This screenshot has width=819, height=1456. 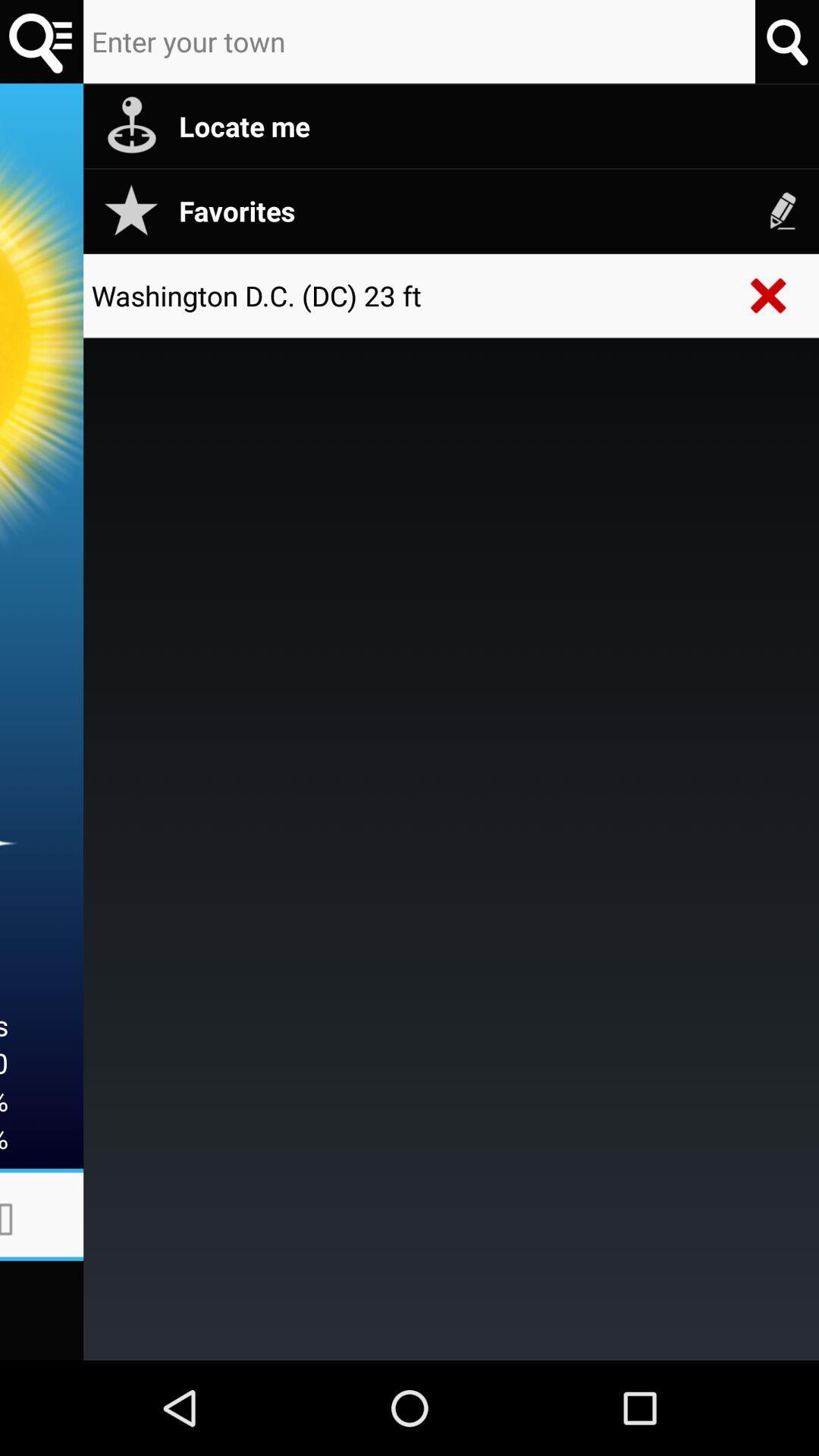 I want to click on item below locate me item, so click(x=783, y=210).